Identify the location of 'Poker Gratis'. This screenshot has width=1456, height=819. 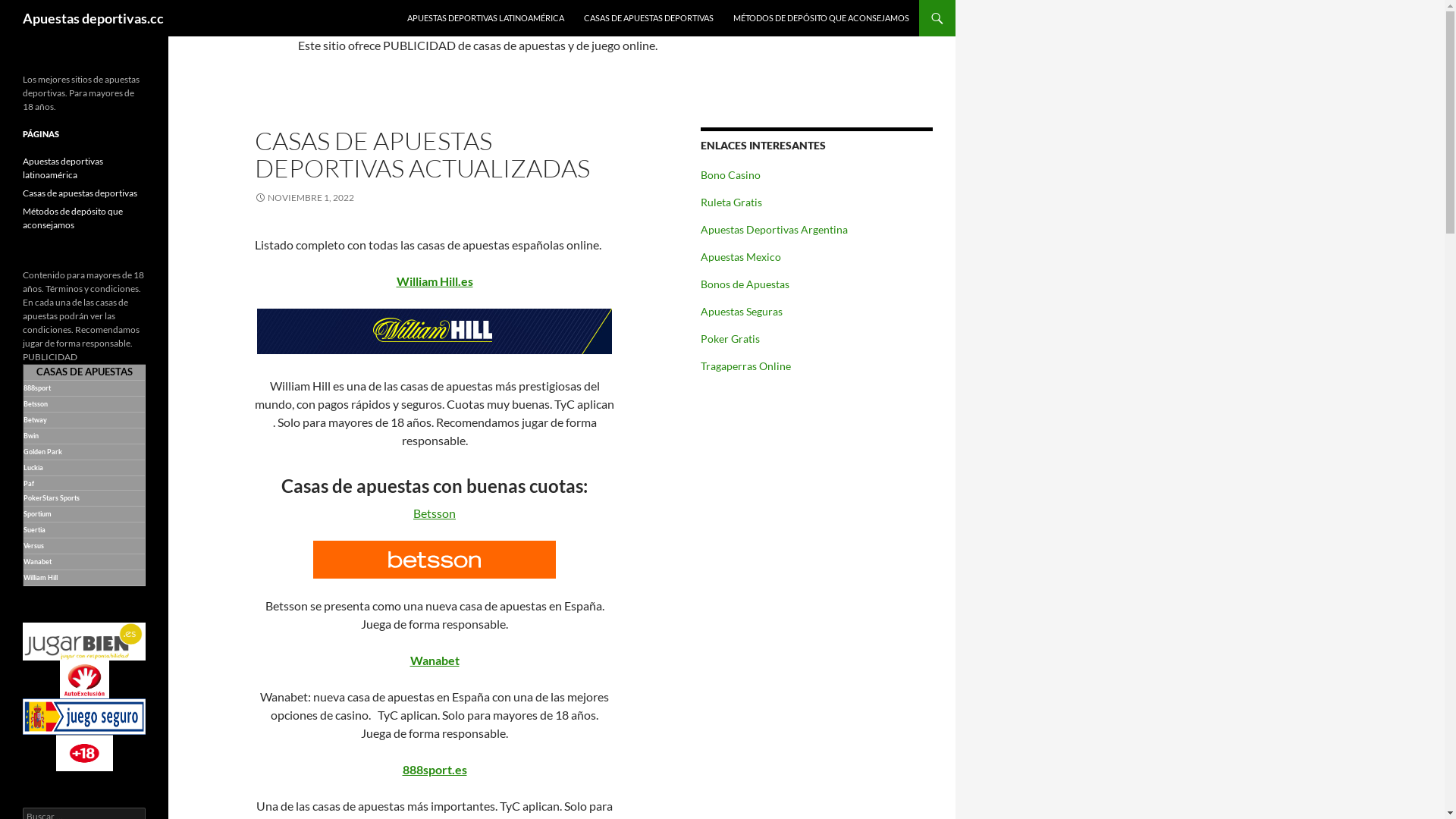
(700, 337).